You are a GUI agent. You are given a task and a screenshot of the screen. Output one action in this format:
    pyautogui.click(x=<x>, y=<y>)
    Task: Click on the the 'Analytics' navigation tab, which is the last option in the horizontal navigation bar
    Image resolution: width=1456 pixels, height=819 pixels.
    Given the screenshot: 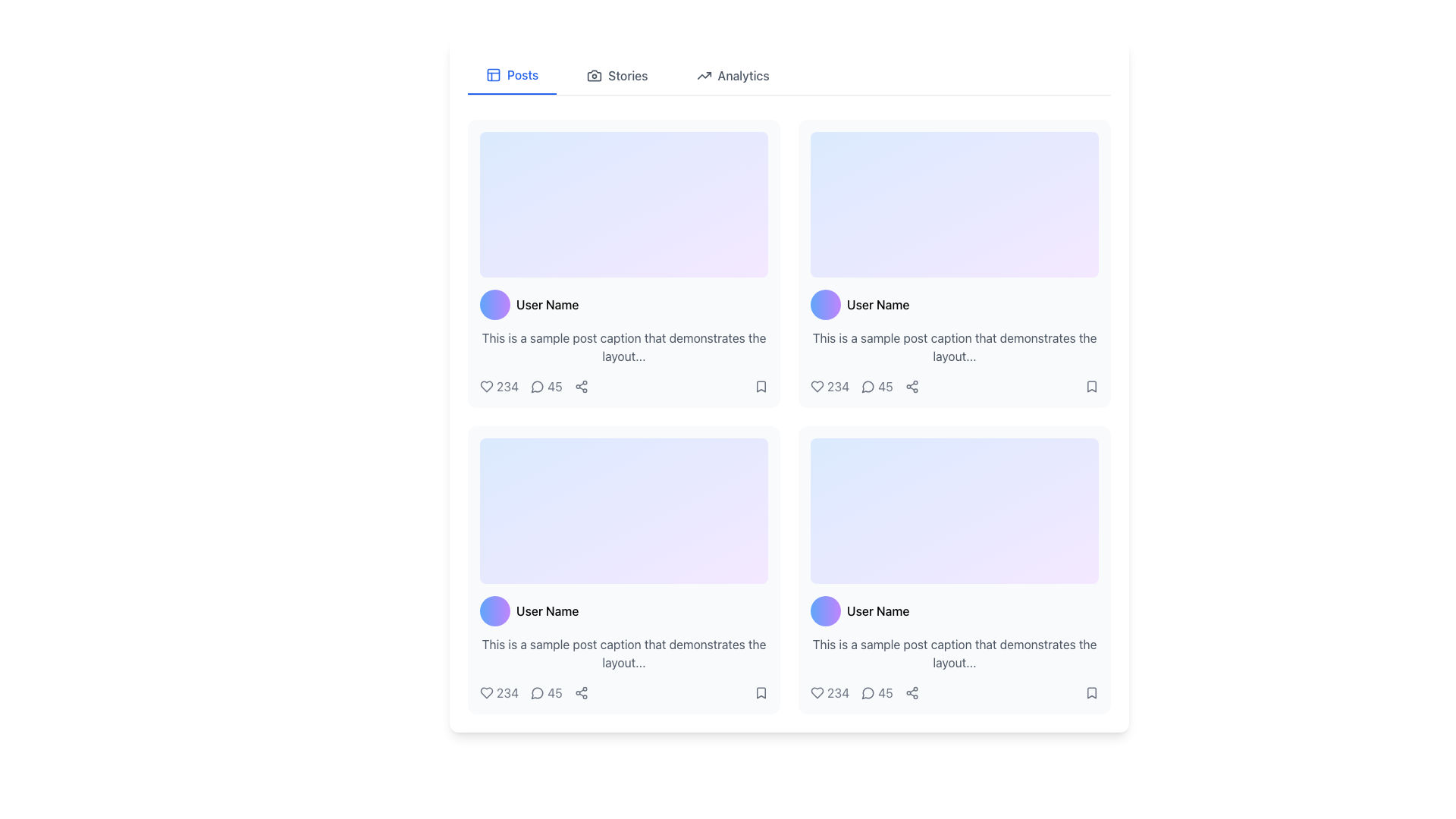 What is the action you would take?
    pyautogui.click(x=733, y=76)
    